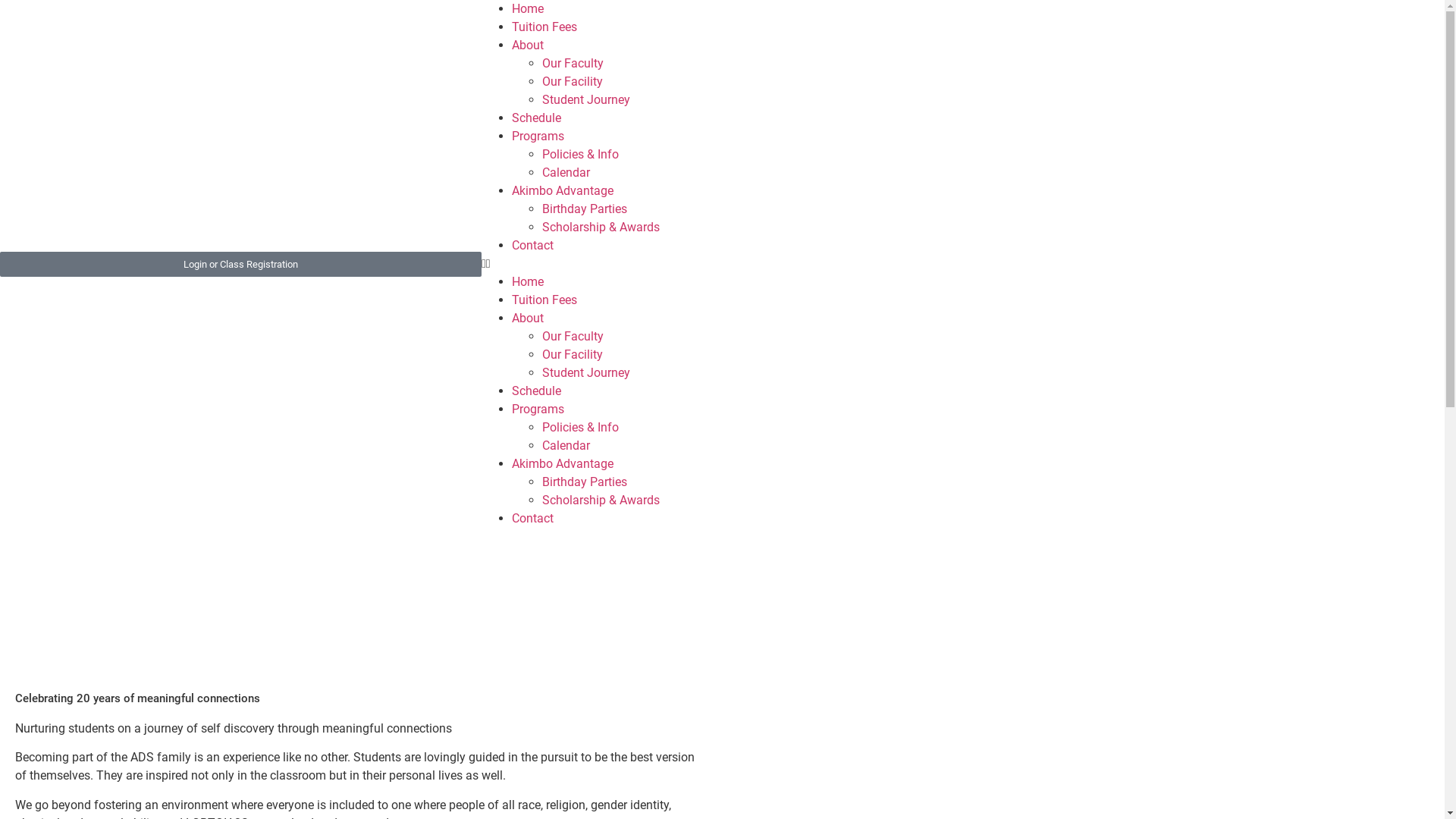  I want to click on 'Policies & Info', so click(579, 154).